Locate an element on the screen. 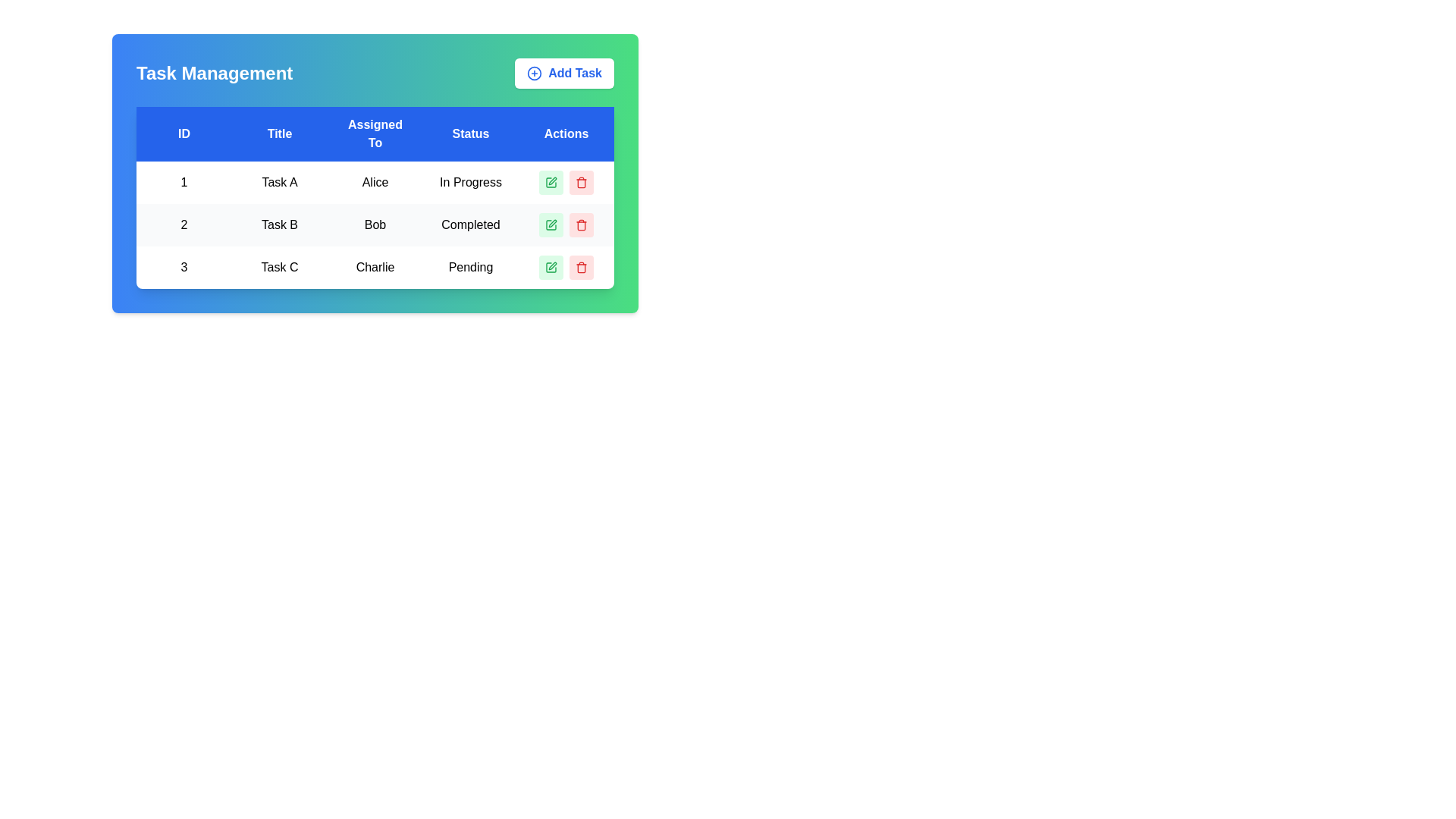 The width and height of the screenshot is (1456, 819). content 'Task C' from the Table Cell located in the second cell of the third row under the 'Title' column is located at coordinates (280, 267).